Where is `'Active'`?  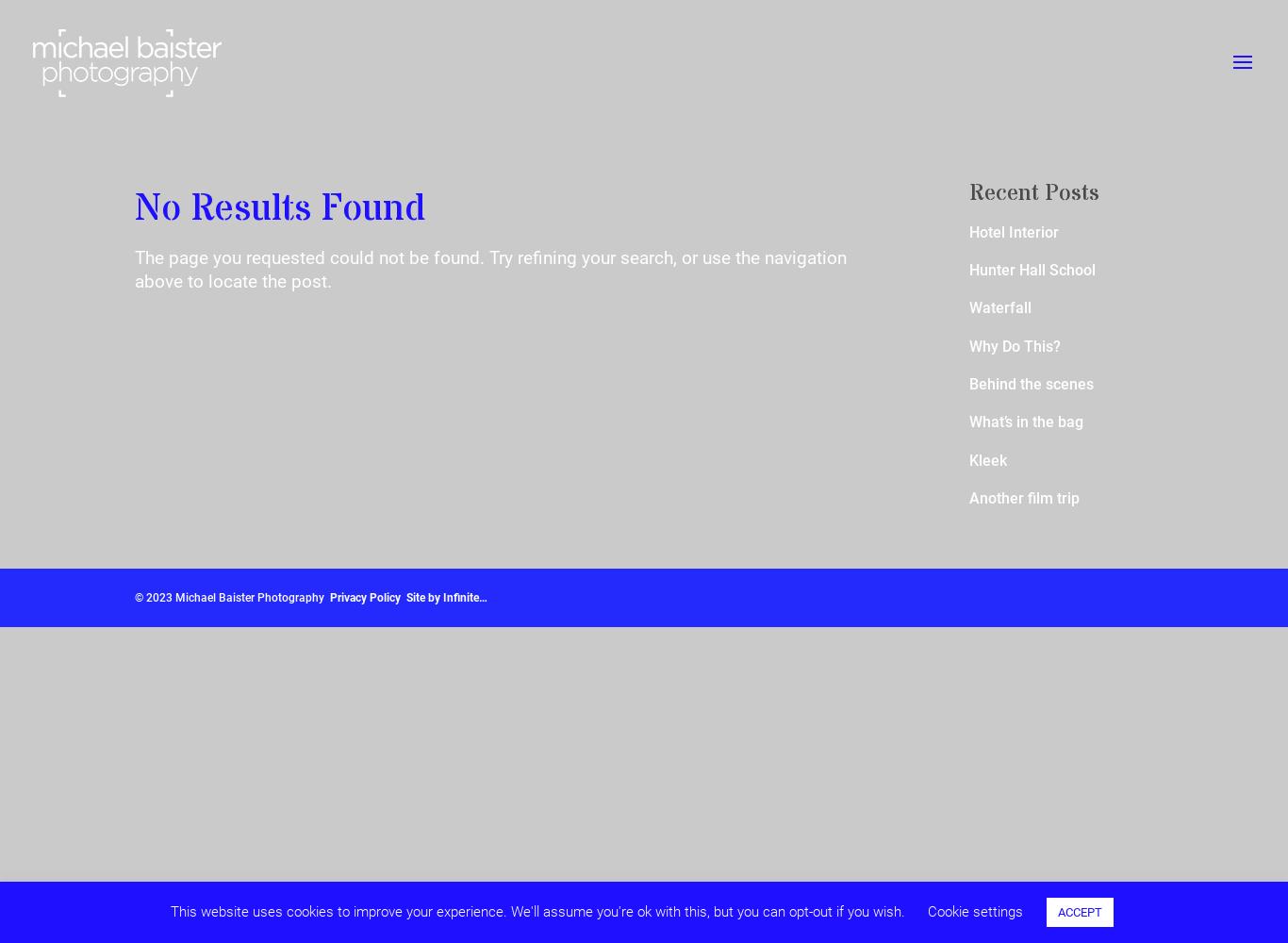 'Active' is located at coordinates (642, 385).